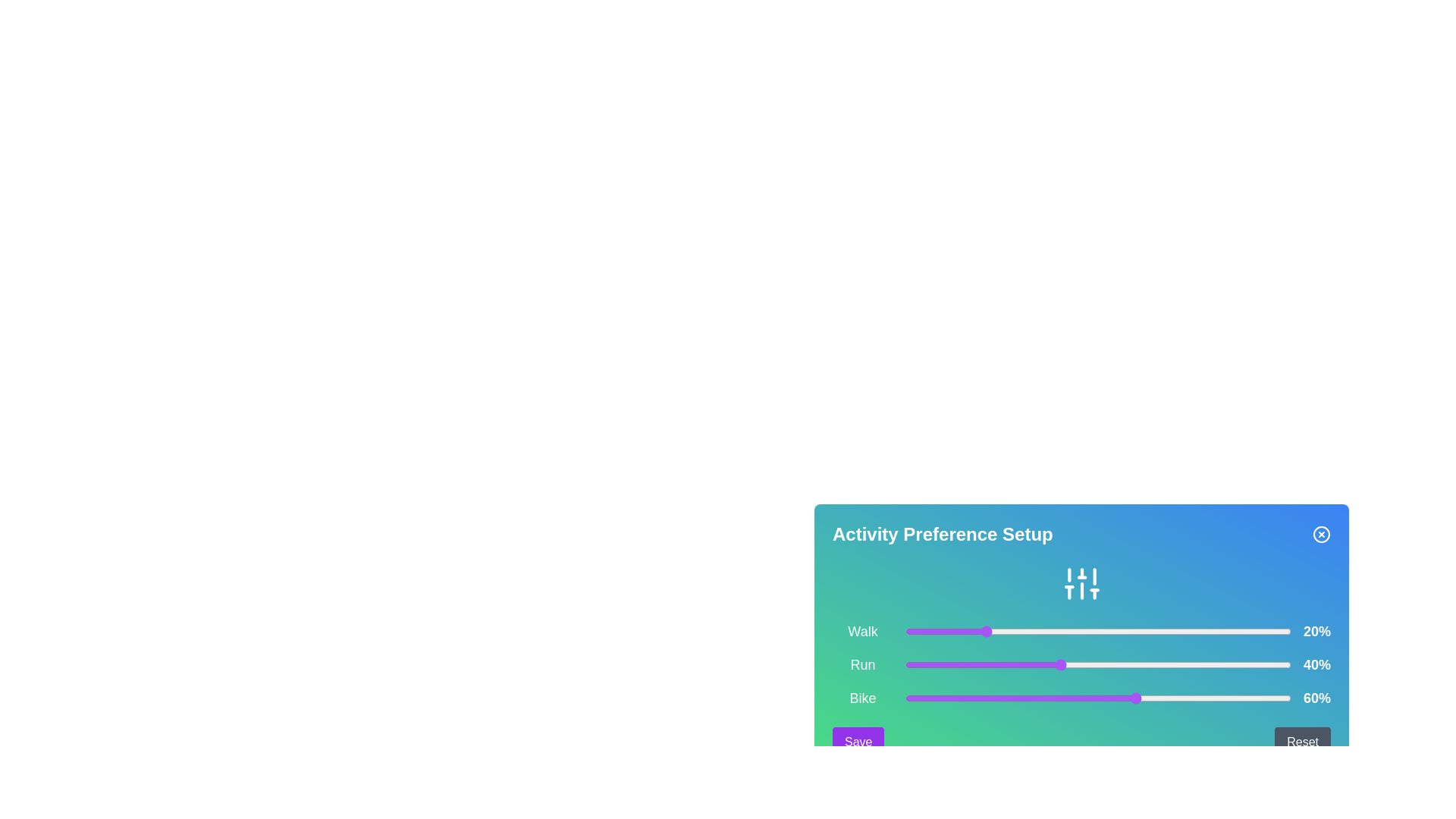  Describe the element at coordinates (1109, 632) in the screenshot. I see `the slider for 0 to 53%` at that location.